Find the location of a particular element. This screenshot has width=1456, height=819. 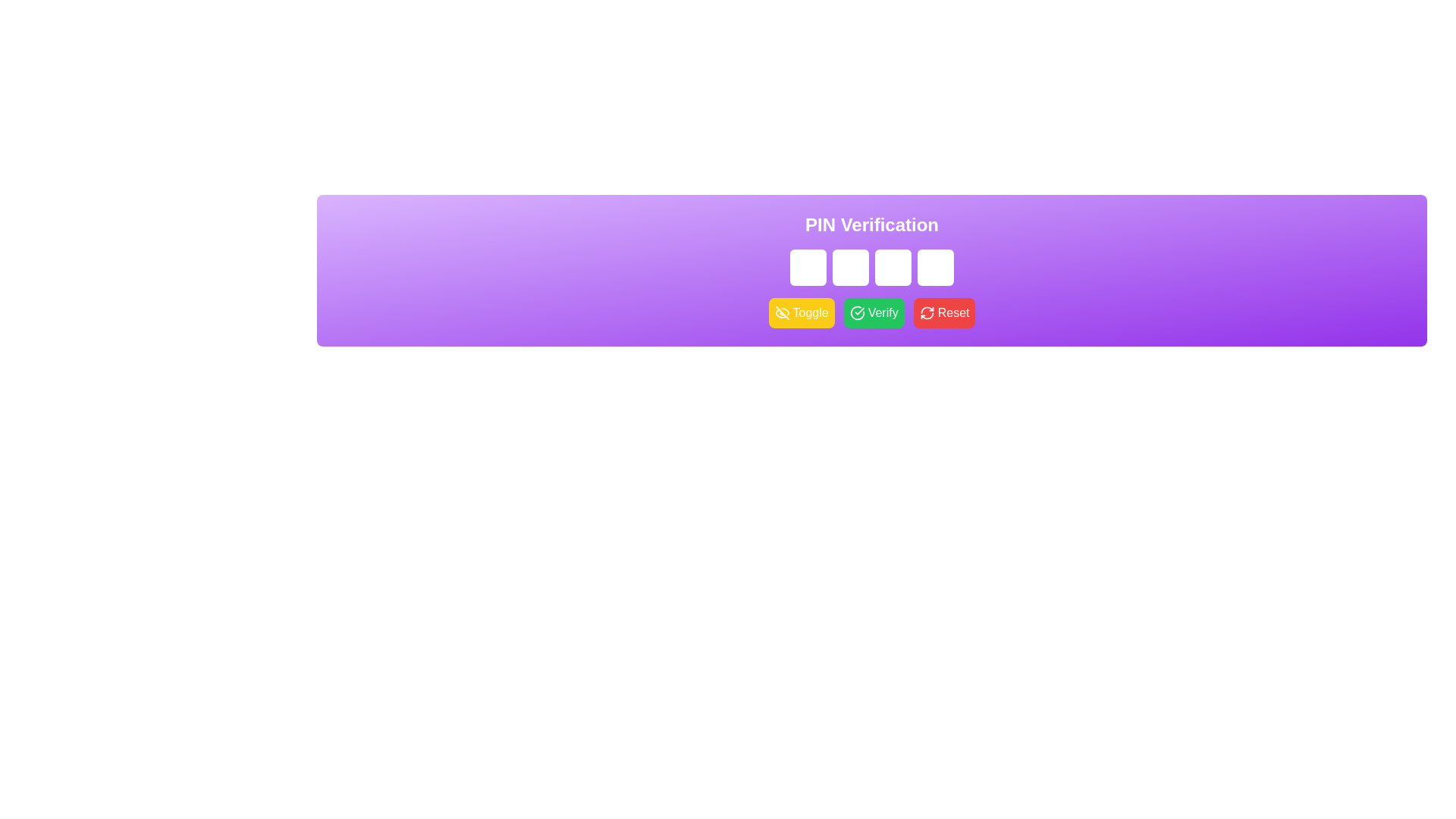

the icon within the 'Toggle' button that indicates the purpose to toggle visibility of the PIN input fields is located at coordinates (782, 312).